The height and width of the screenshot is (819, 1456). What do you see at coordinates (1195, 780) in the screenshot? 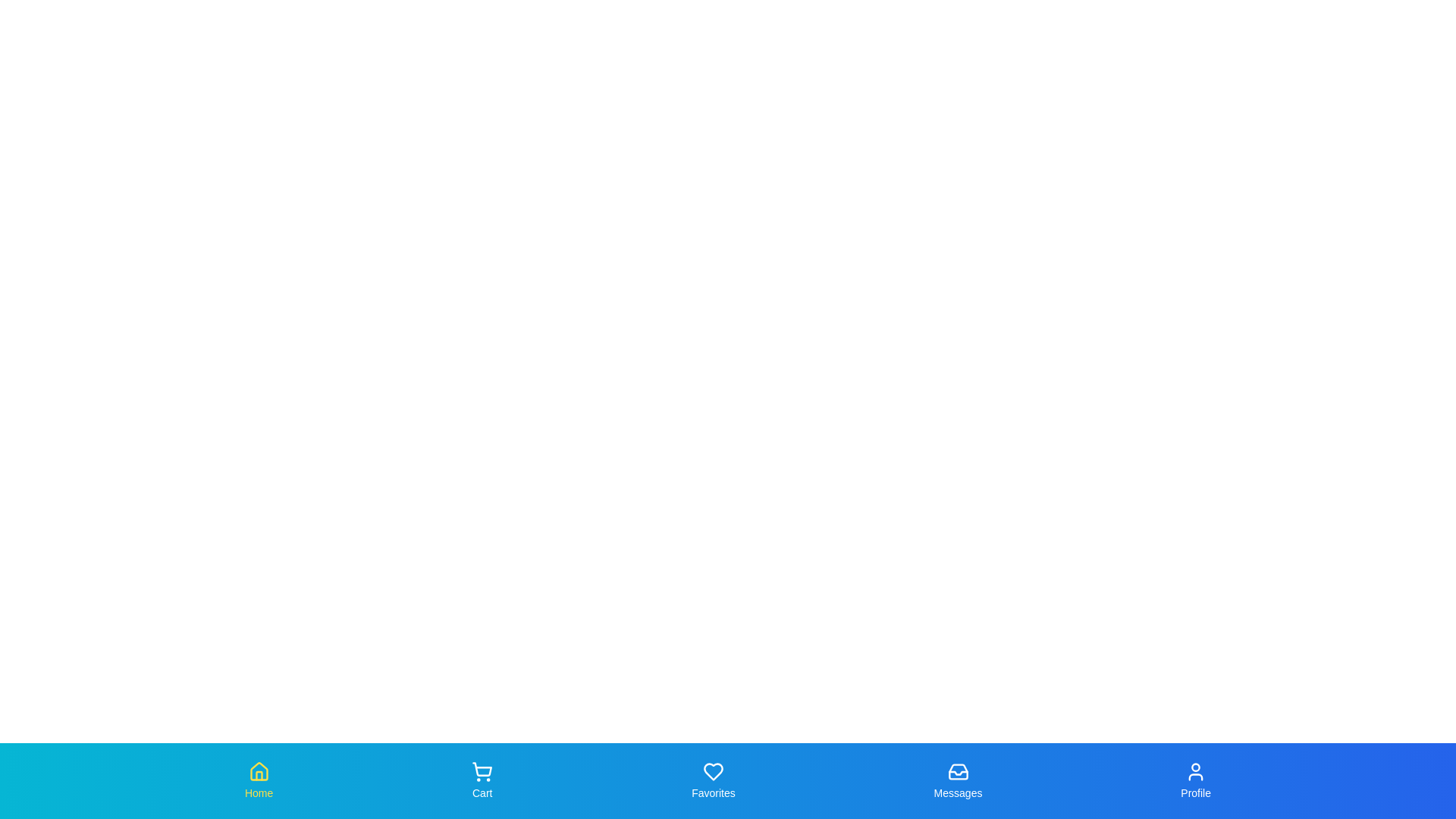
I see `the tab labeled Profile by clicking on it` at bounding box center [1195, 780].